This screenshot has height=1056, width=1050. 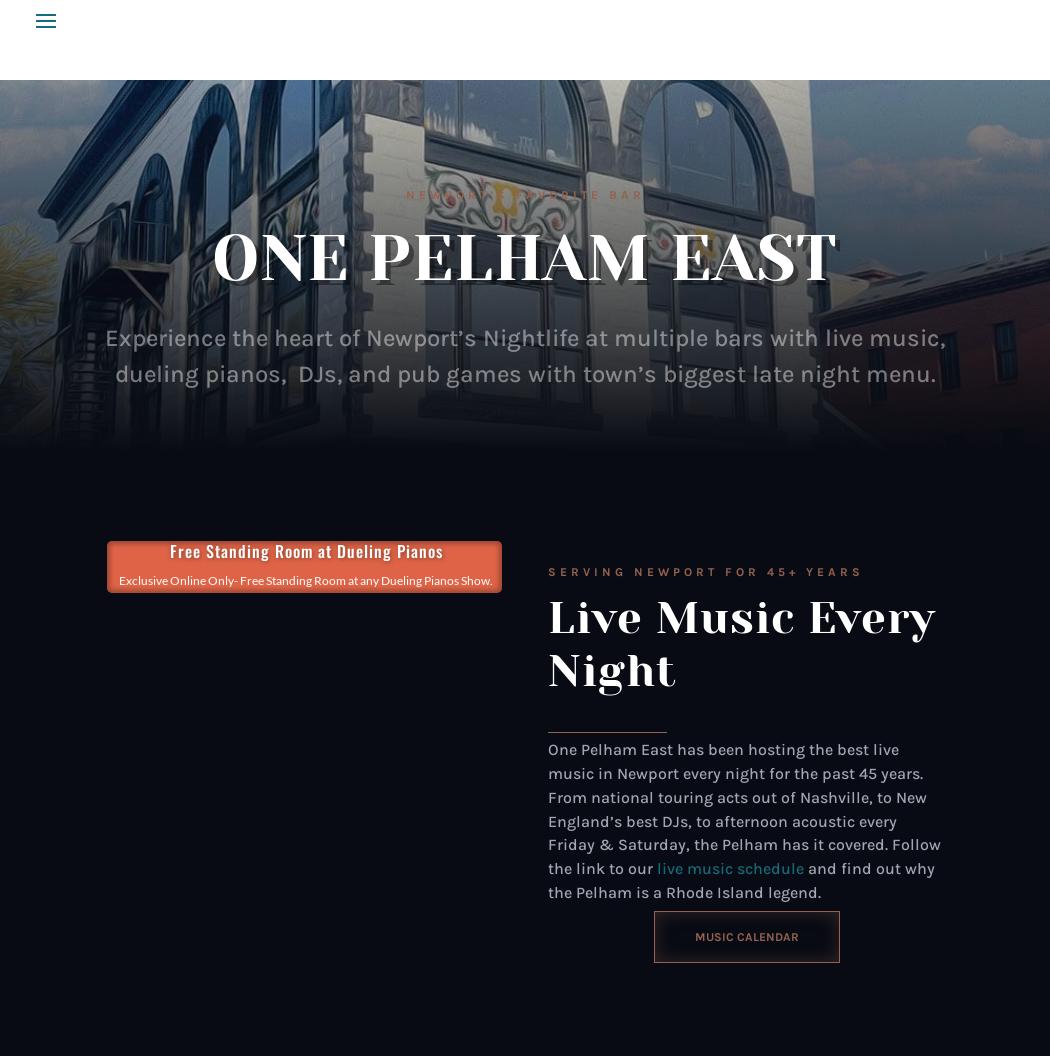 What do you see at coordinates (743, 809) in the screenshot?
I see `'One Pelham East has been hosting the best live music in Newport every night for the past 45 years. From national touring acts out of Nashville, to New England’s best DJs, to afternoon acoustic every Friday & Saturday, the Pelham has it covered. Follow the link to our'` at bounding box center [743, 809].